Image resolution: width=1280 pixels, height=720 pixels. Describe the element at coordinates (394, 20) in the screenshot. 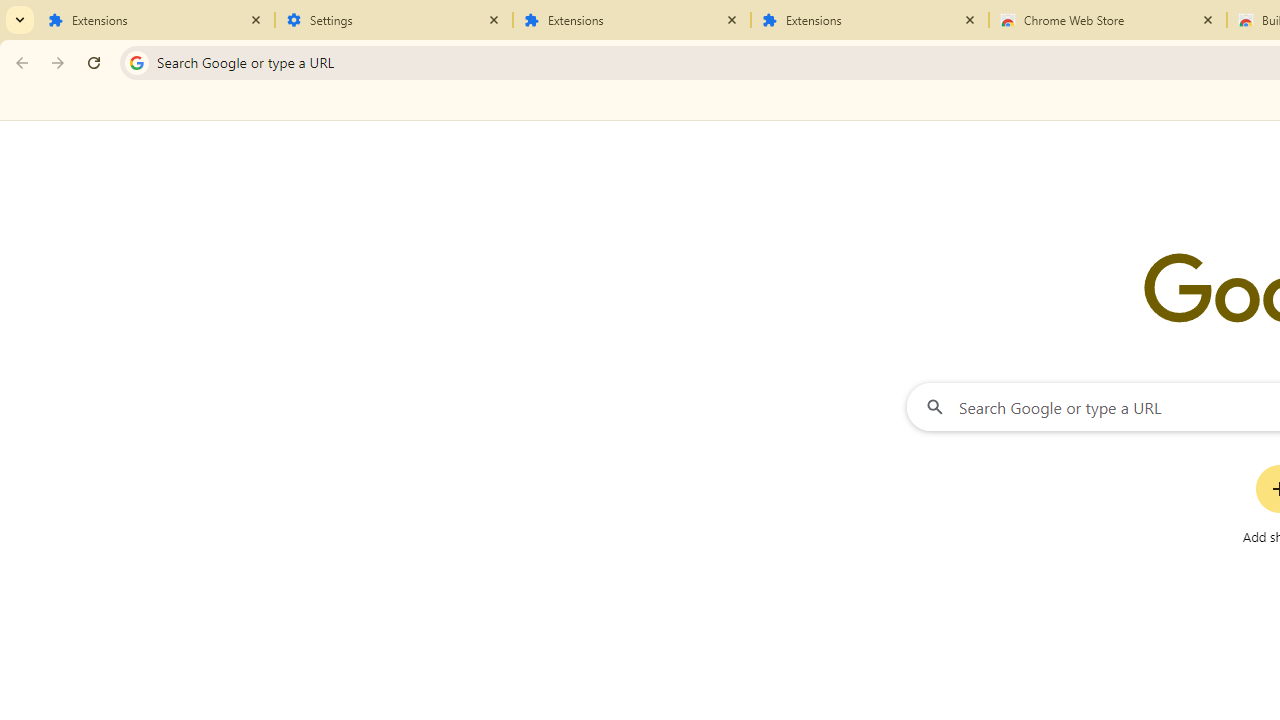

I see `'Settings'` at that location.